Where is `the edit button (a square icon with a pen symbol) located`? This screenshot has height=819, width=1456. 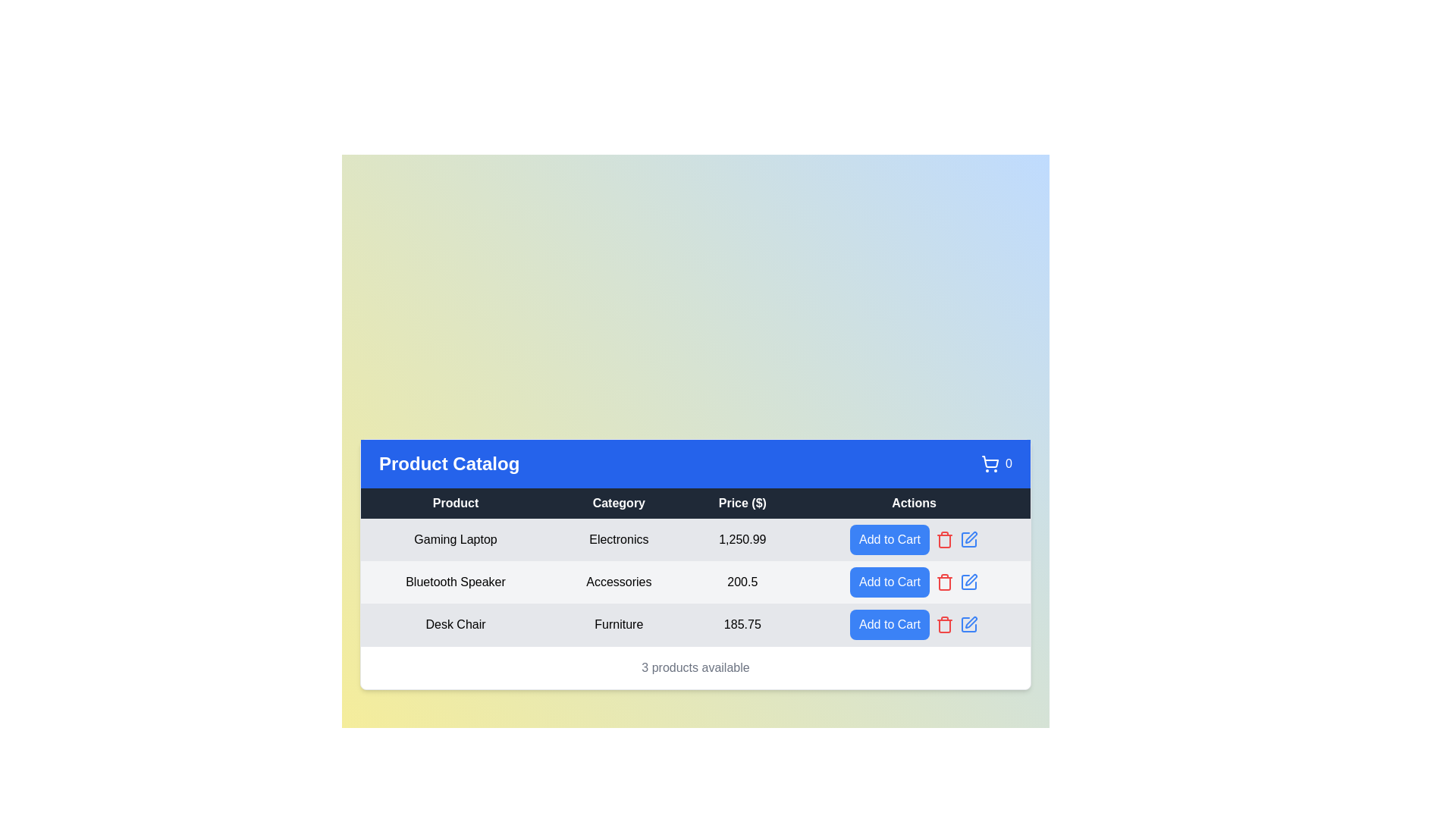
the edit button (a square icon with a pen symbol) located is located at coordinates (968, 624).